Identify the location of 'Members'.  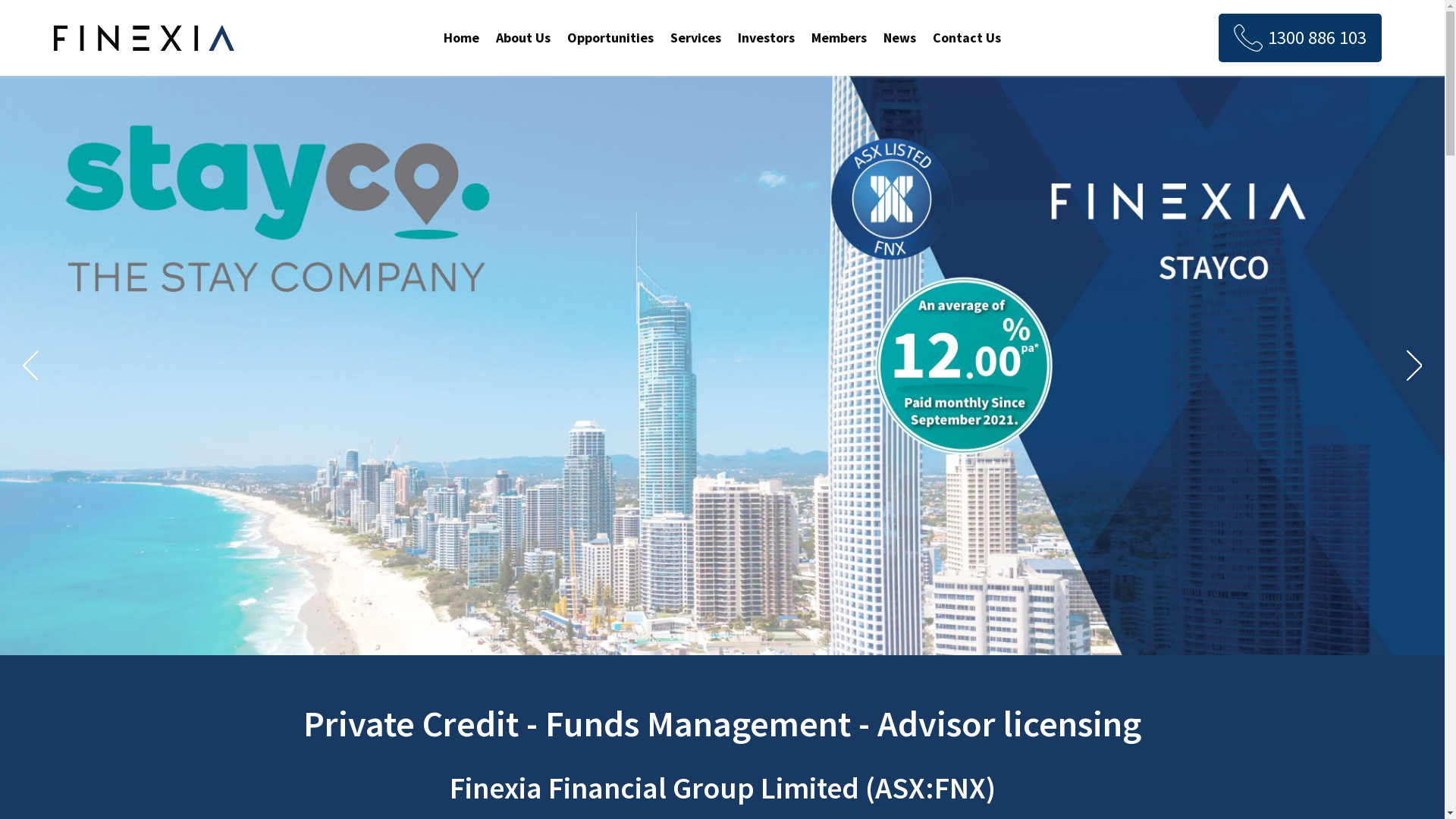
(838, 37).